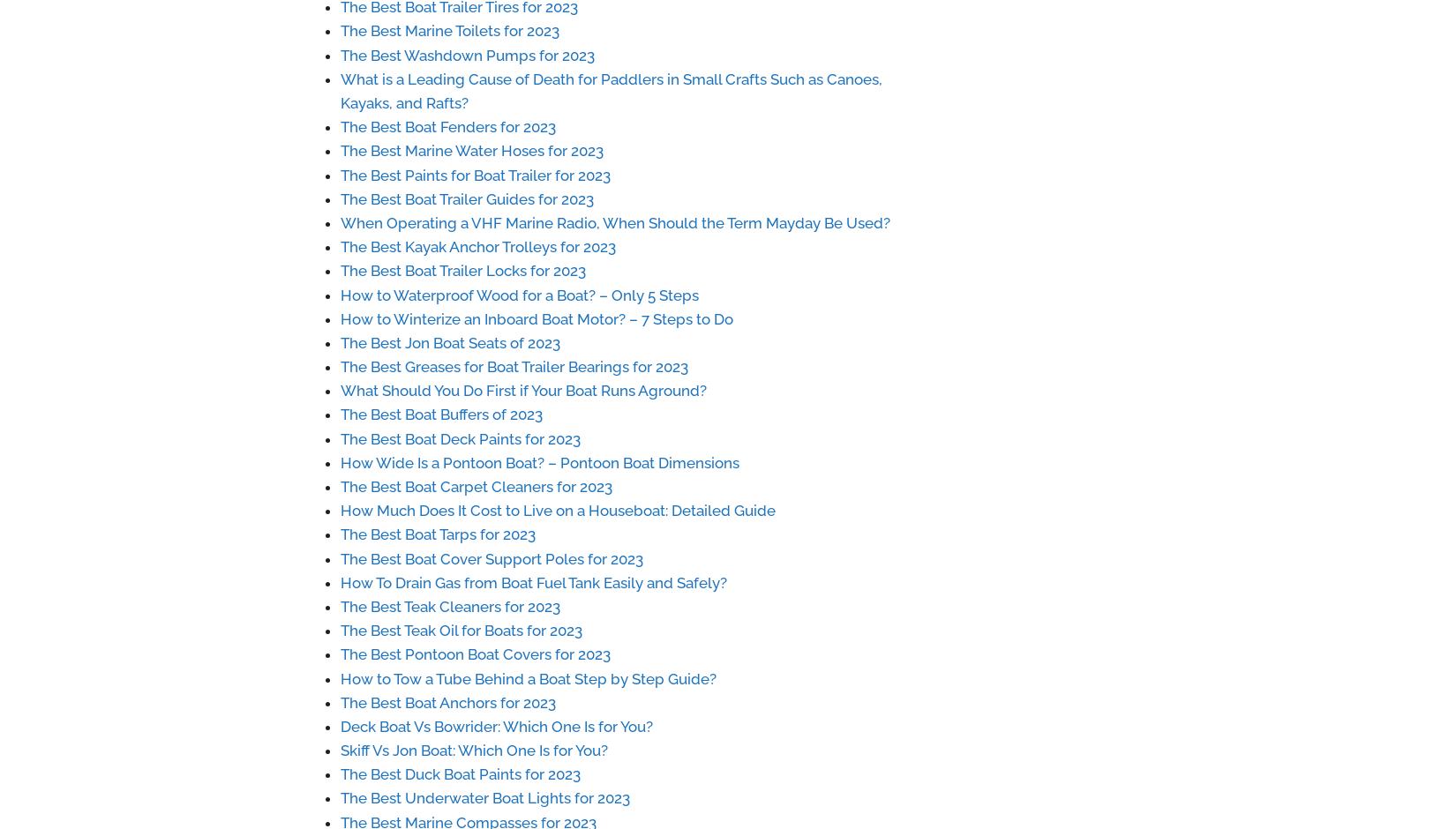  Describe the element at coordinates (513, 367) in the screenshot. I see `'The Best Greases for Boat Trailer Bearings for 2023'` at that location.